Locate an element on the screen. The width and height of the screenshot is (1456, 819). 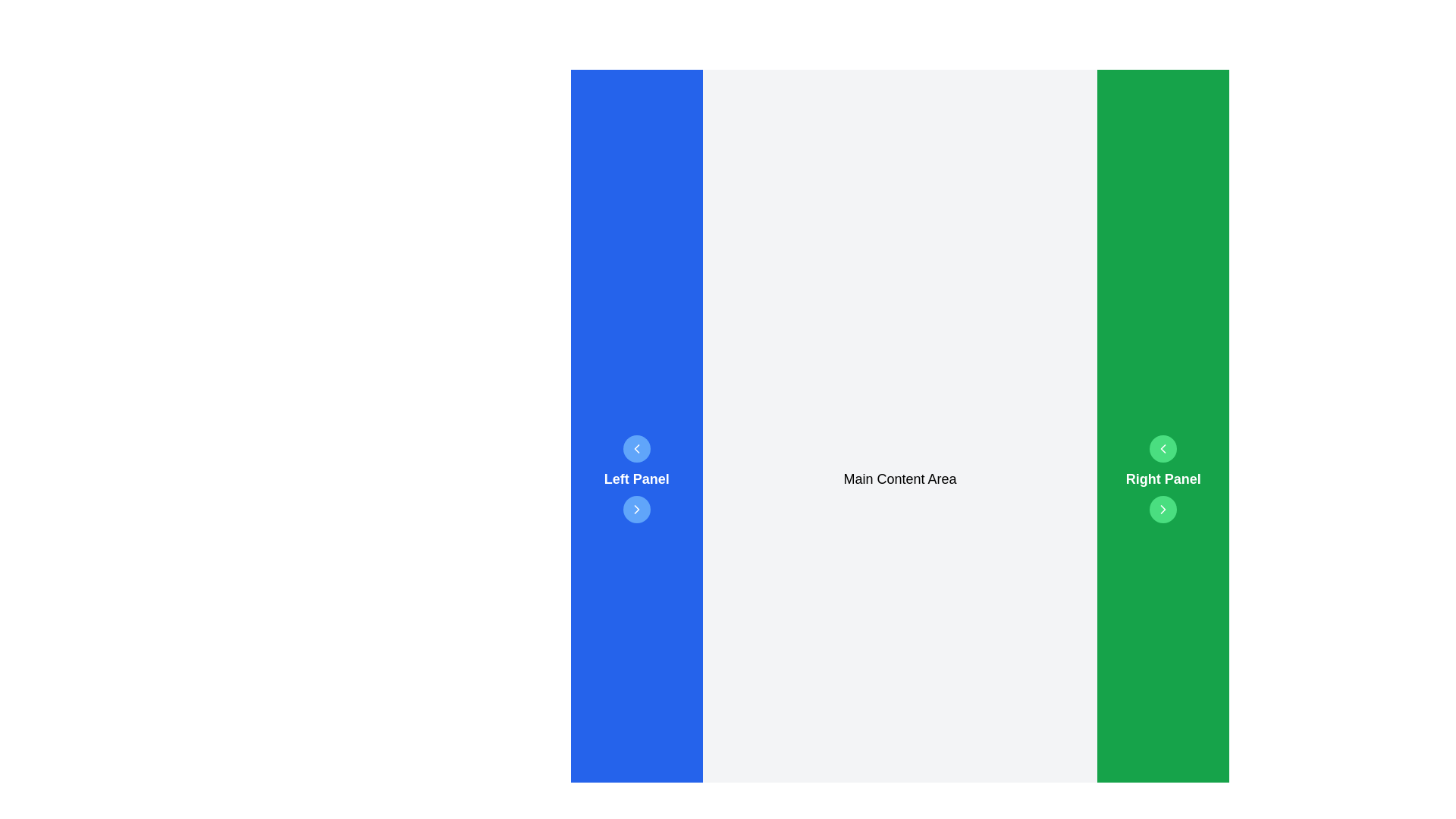
the right-facing chevron icon button with a green circular background located in the right panel is located at coordinates (1163, 509).